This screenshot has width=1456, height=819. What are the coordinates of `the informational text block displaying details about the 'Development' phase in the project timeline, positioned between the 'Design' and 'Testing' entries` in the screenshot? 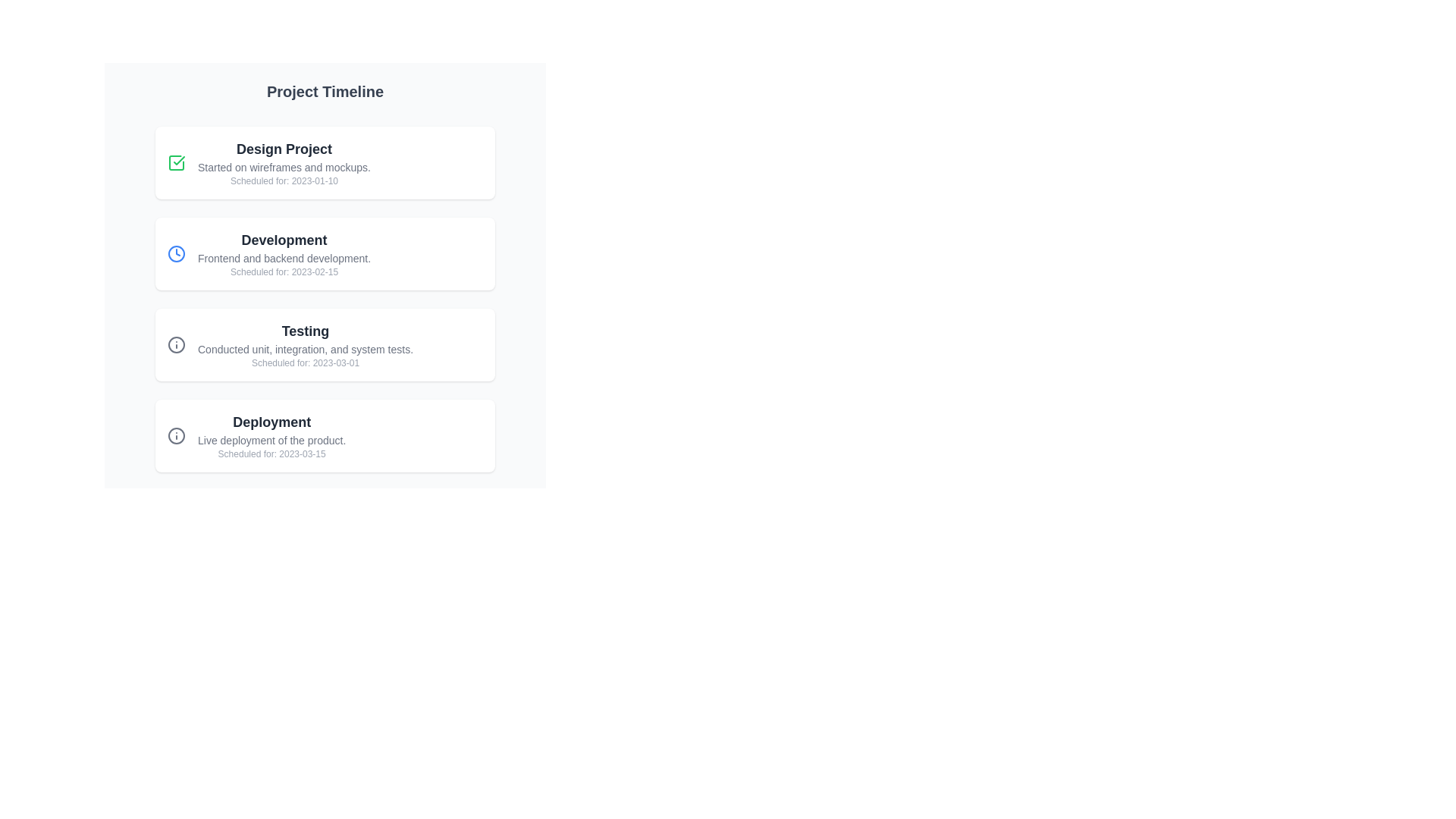 It's located at (284, 253).